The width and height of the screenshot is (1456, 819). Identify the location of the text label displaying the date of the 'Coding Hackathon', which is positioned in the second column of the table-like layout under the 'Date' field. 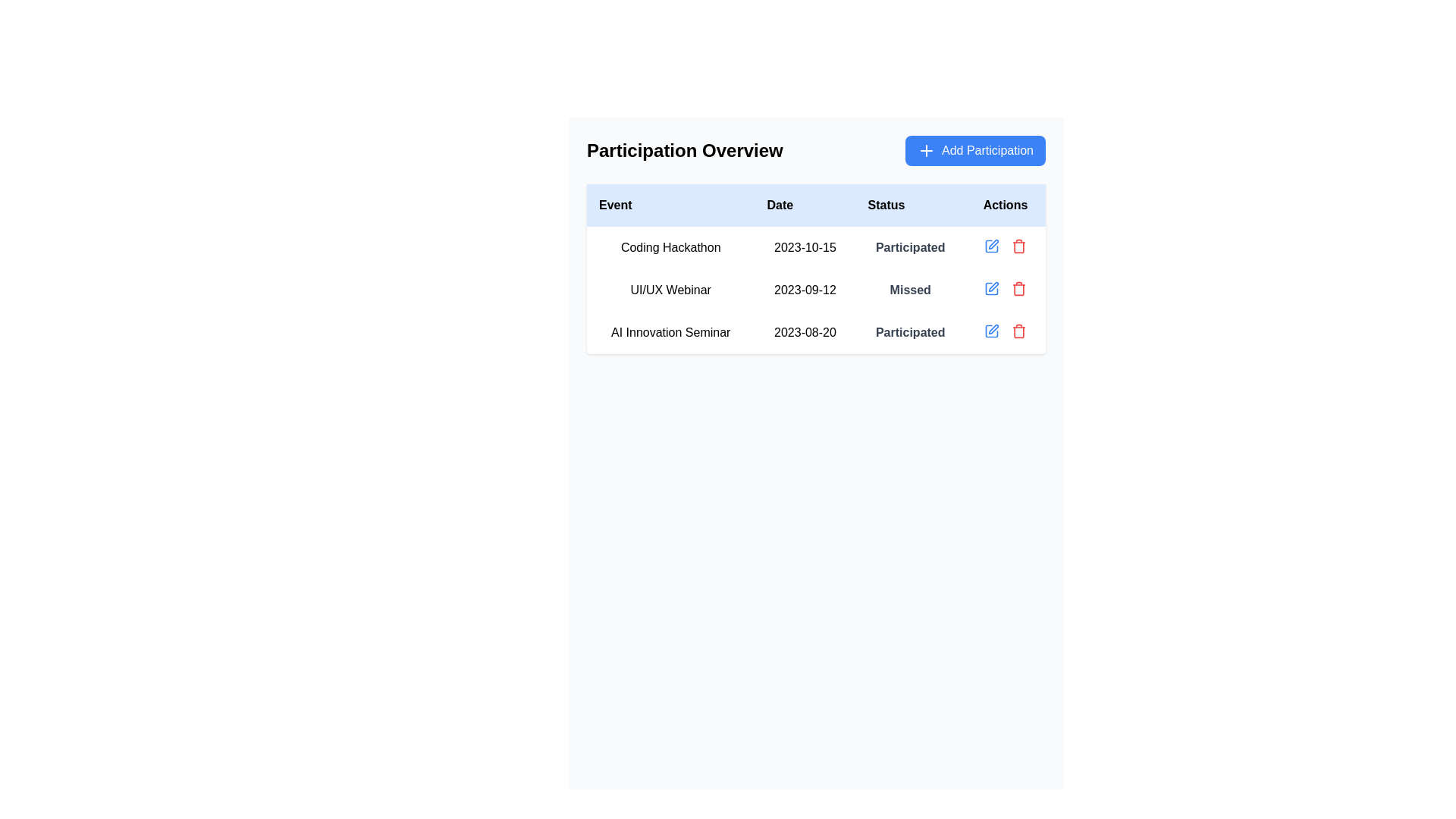
(804, 247).